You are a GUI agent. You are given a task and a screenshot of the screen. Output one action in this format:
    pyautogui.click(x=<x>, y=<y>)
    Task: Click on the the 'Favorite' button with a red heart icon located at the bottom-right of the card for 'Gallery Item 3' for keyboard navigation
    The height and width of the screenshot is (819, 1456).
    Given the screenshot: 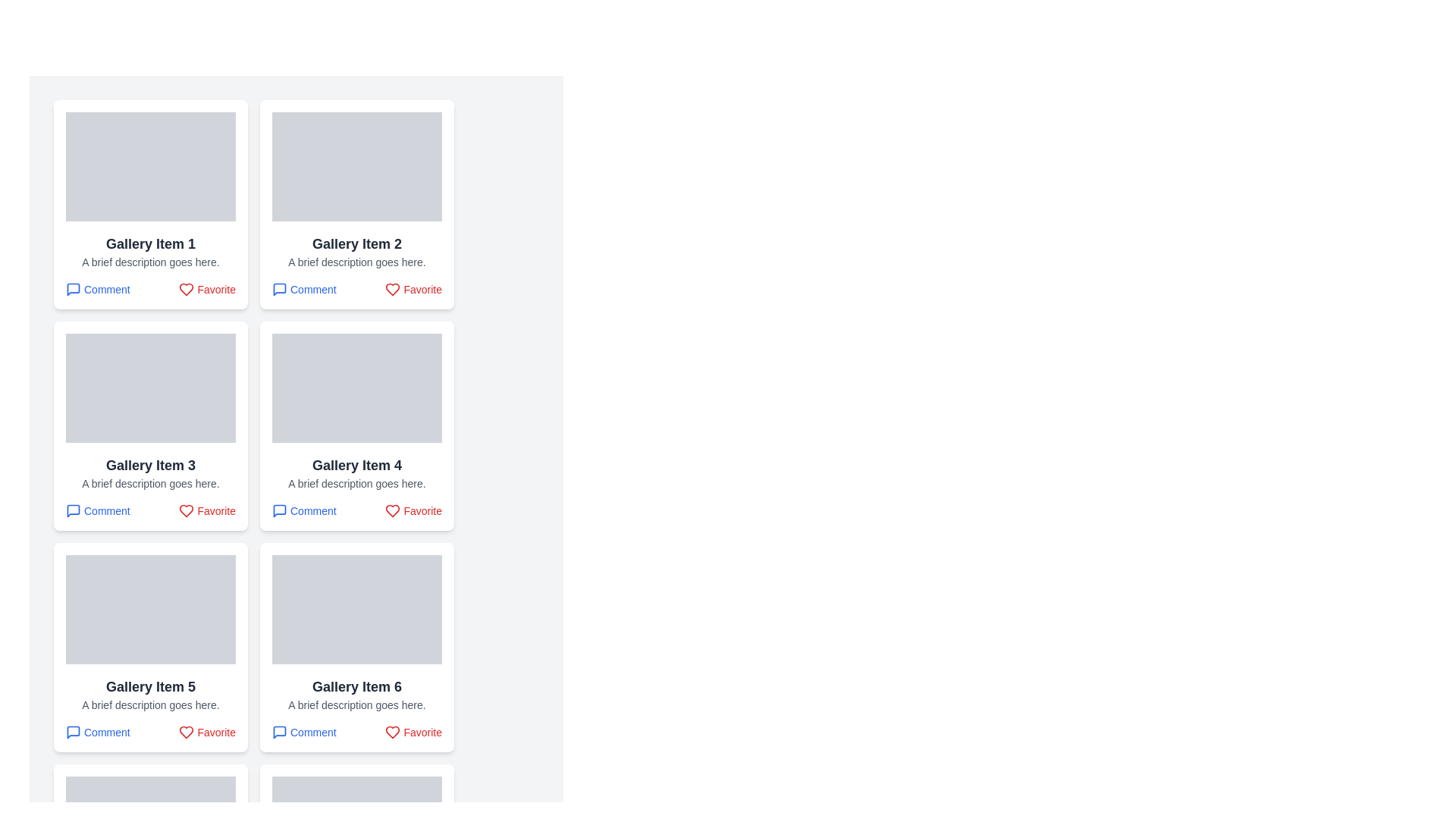 What is the action you would take?
    pyautogui.click(x=206, y=511)
    